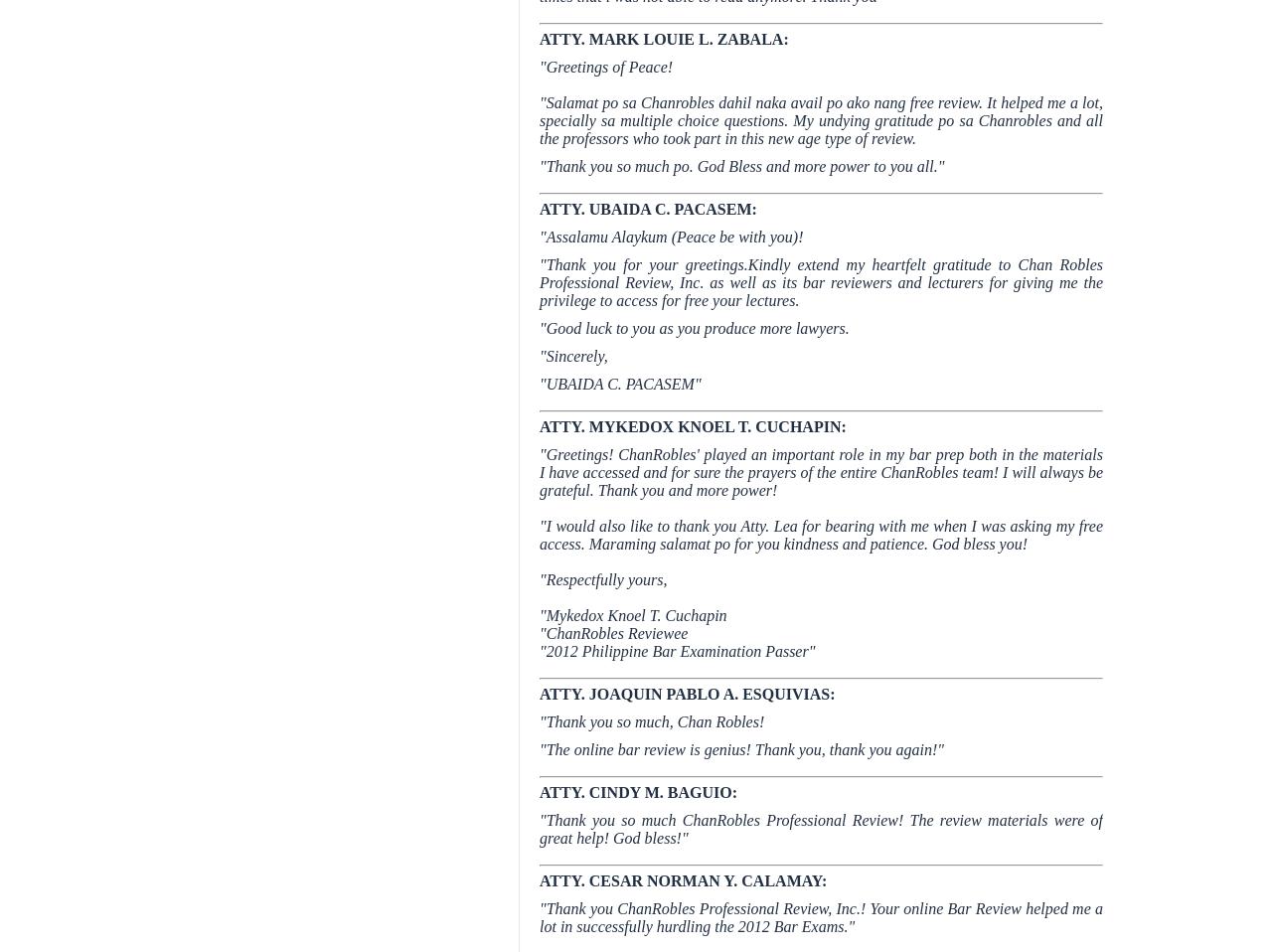 The height and width of the screenshot is (952, 1272). I want to click on '"Greetings of Peace!', so click(605, 66).